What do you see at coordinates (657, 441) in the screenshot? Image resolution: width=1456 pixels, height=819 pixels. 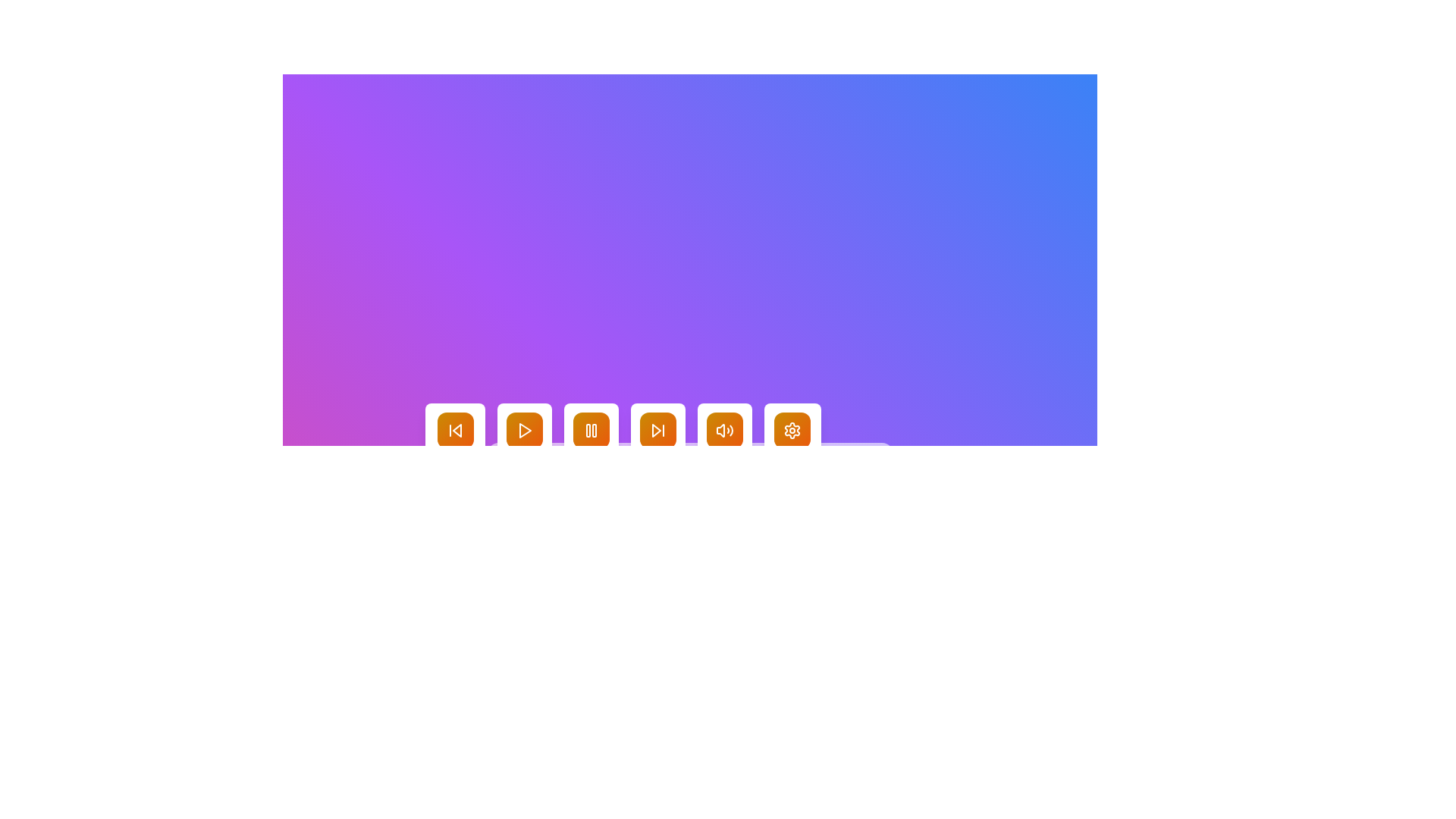 I see `the fourth button in the group that allows the user to skip to the next item or track, located between the 'Pause' and 'Volume' buttons` at bounding box center [657, 441].